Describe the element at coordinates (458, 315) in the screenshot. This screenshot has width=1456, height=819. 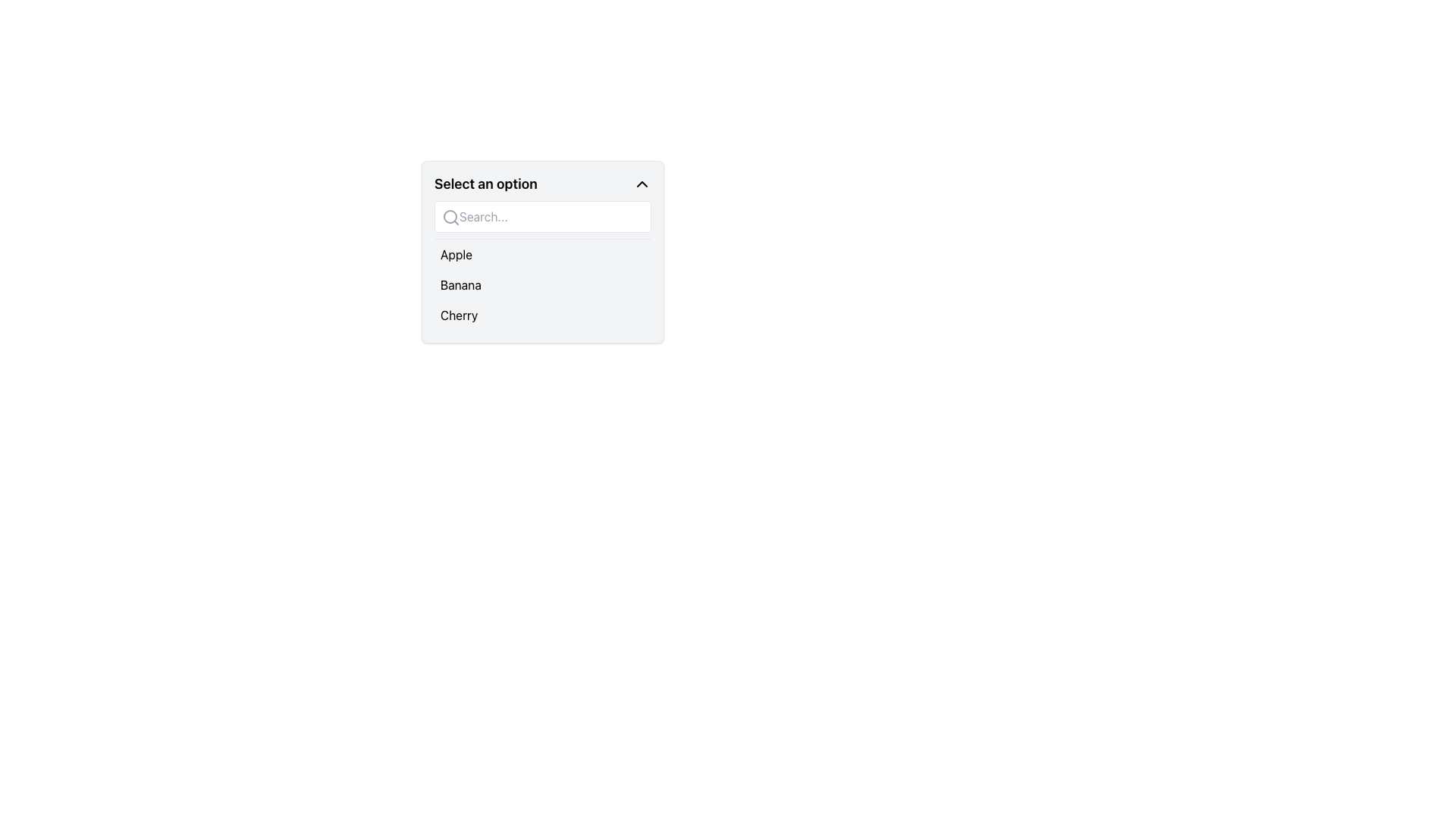
I see `the 'Cherry' text element in the dropdown list` at that location.